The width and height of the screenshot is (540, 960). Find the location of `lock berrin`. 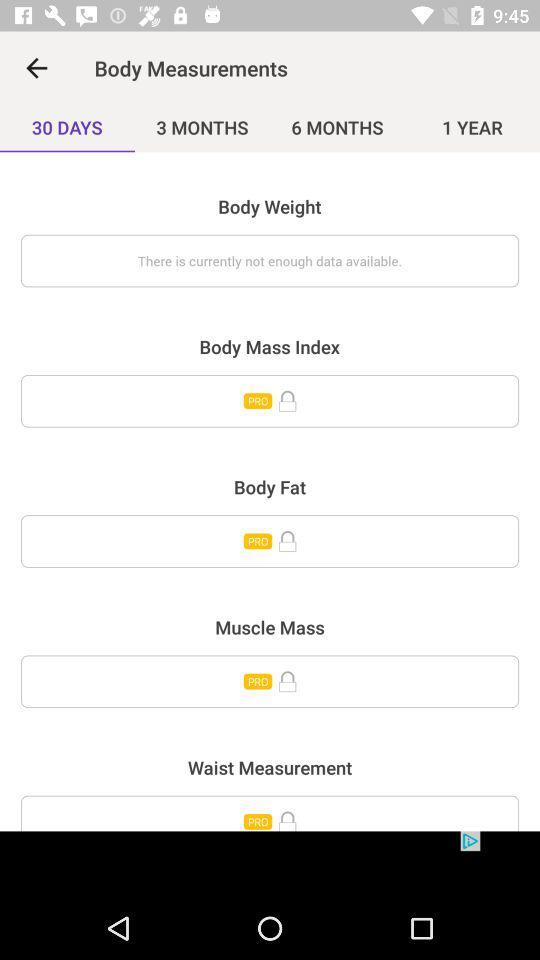

lock berrin is located at coordinates (270, 813).